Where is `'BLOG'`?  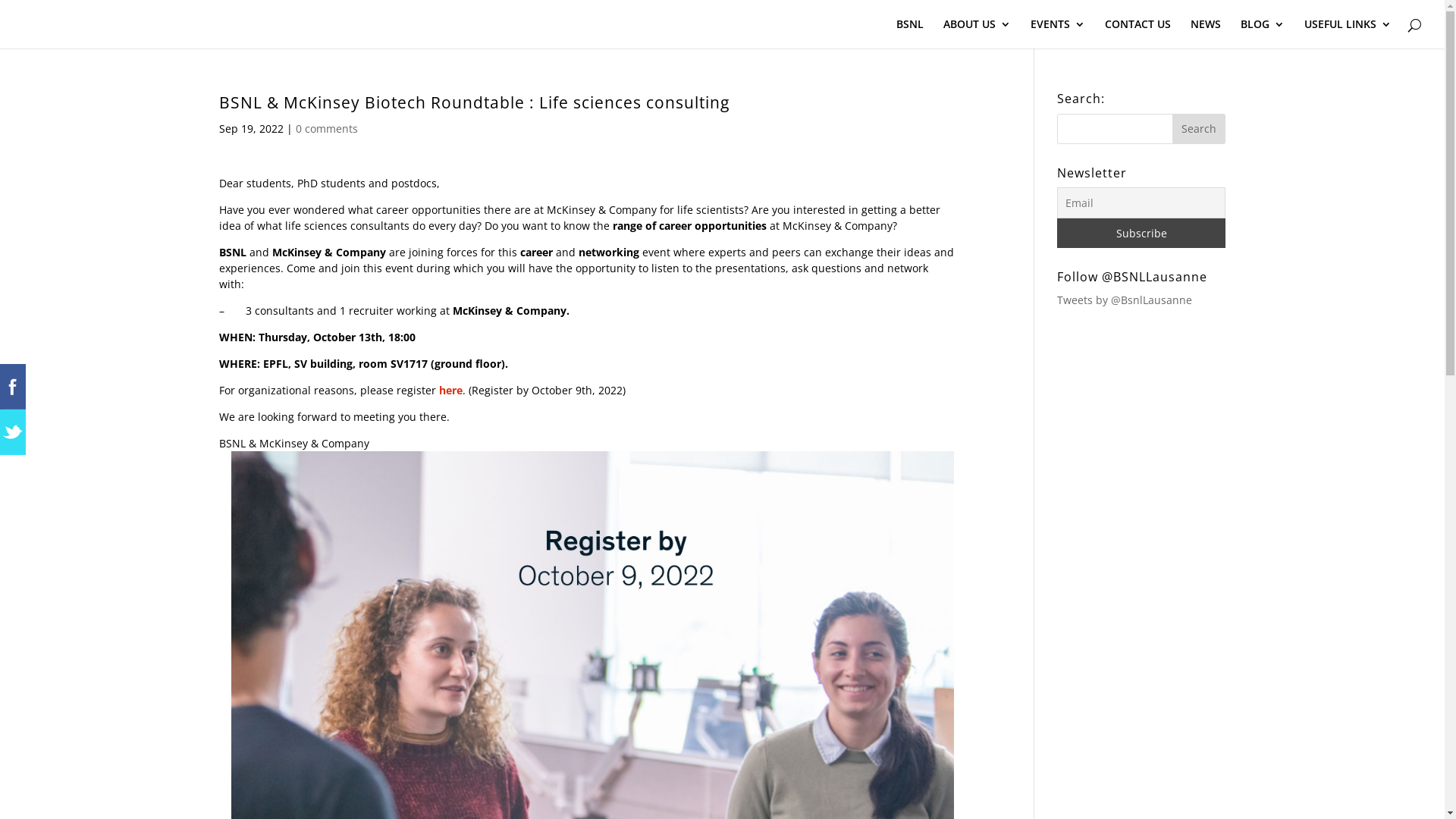 'BLOG' is located at coordinates (1263, 33).